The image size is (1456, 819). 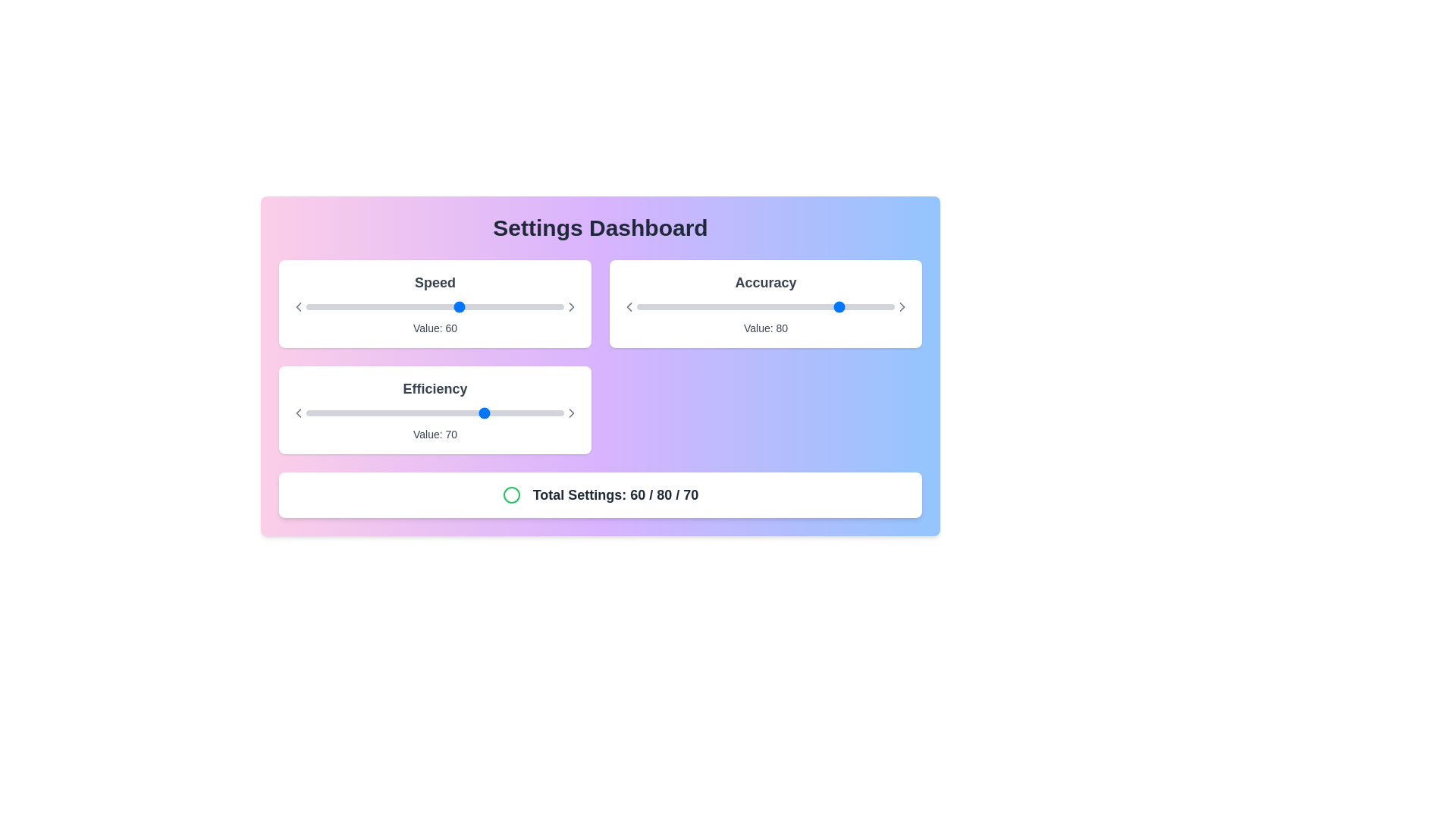 What do you see at coordinates (510, 307) in the screenshot?
I see `the speed slider` at bounding box center [510, 307].